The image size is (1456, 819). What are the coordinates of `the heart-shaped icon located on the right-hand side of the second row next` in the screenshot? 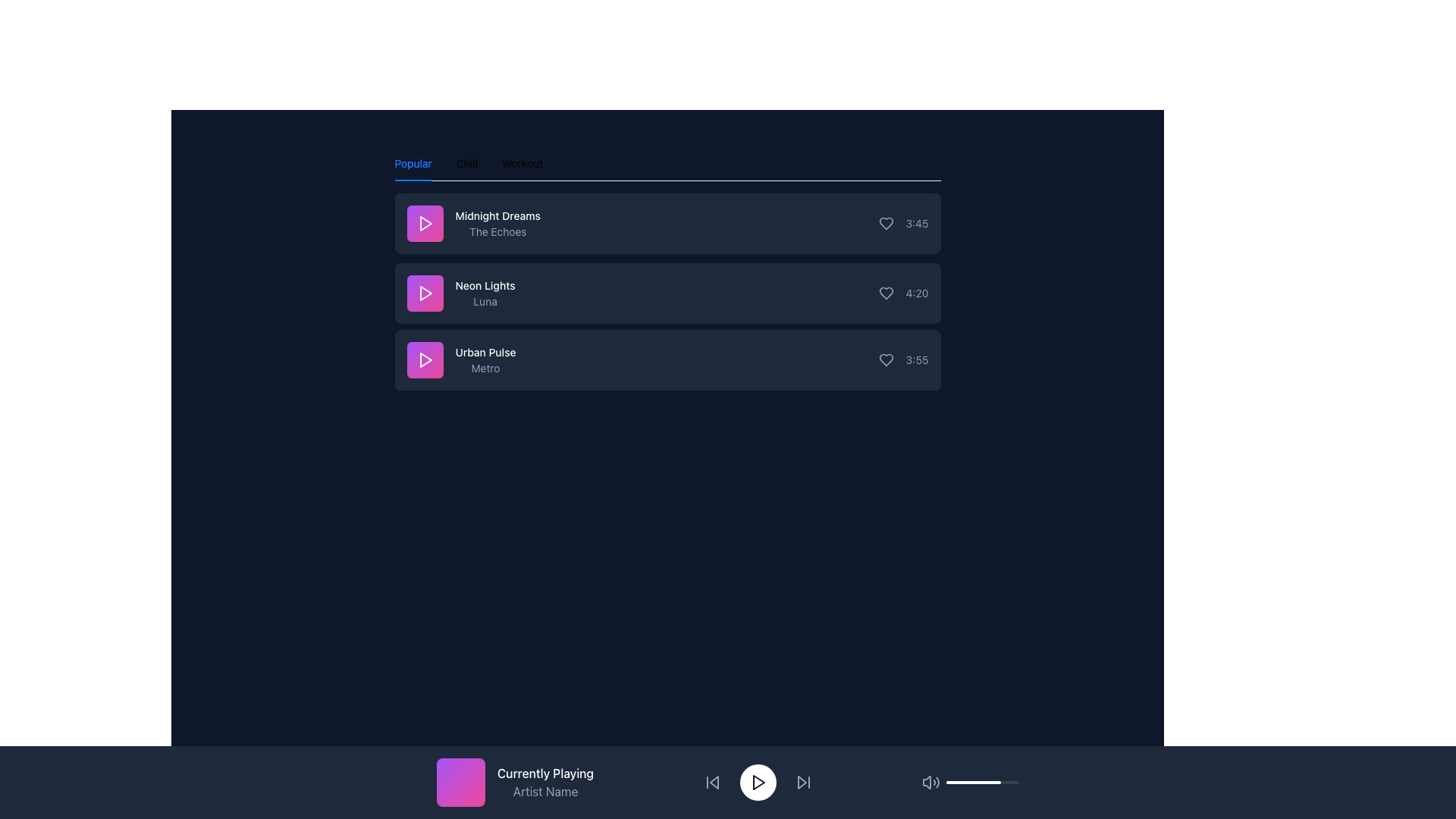 It's located at (886, 293).